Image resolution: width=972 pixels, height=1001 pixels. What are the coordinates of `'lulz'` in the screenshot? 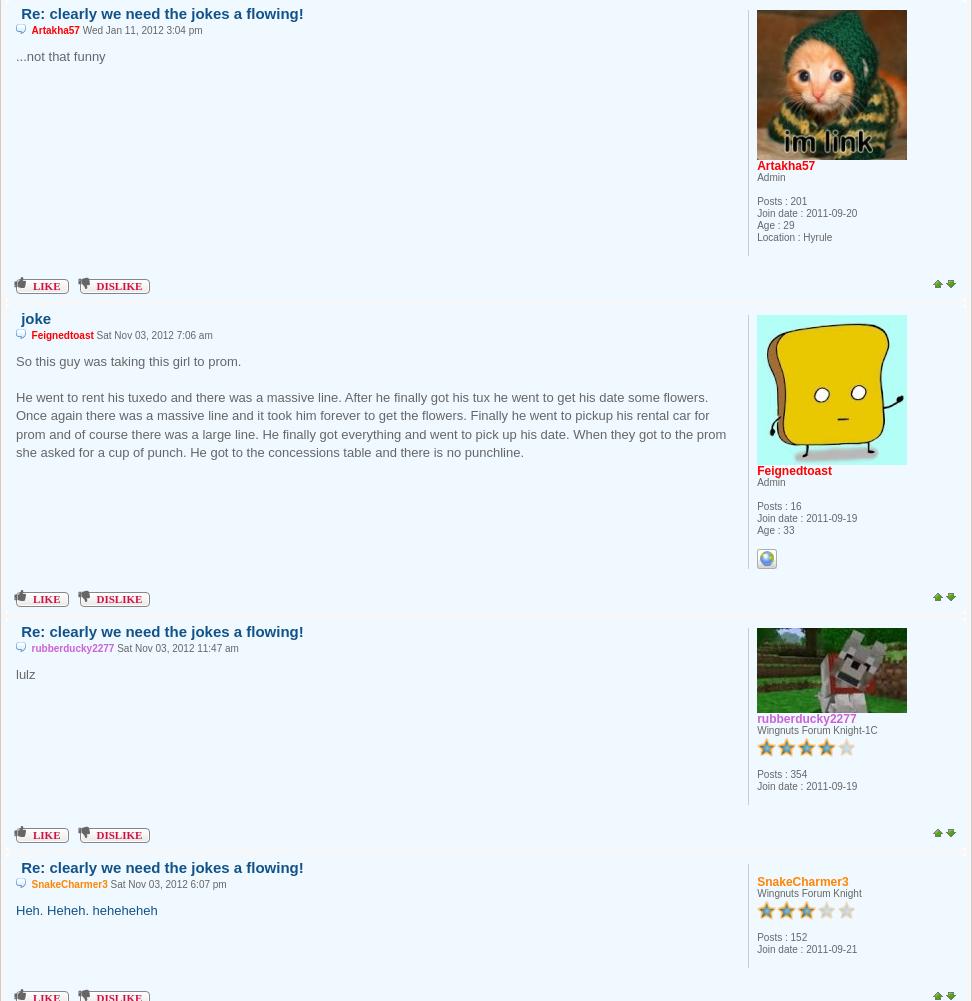 It's located at (25, 672).